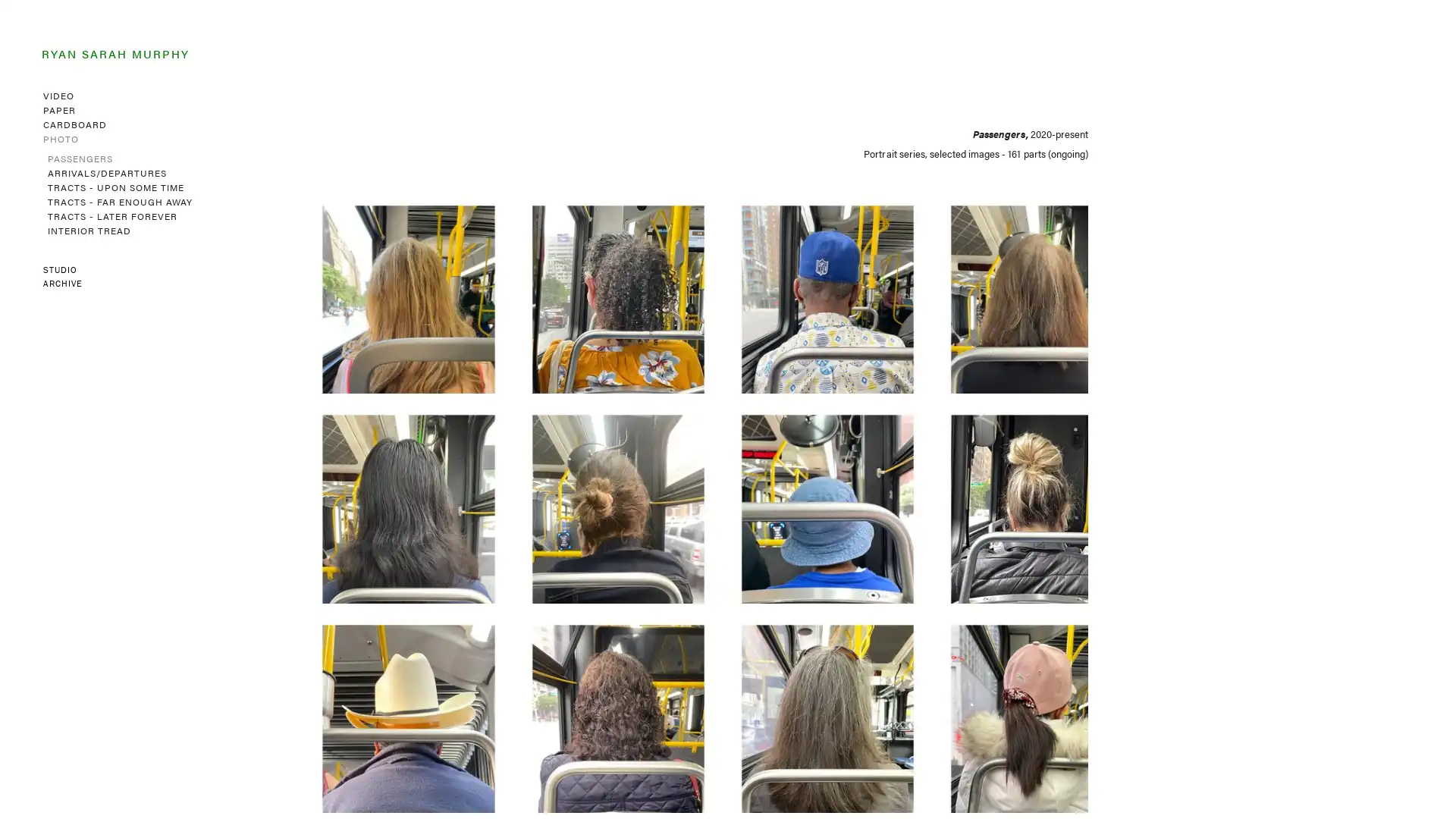 The image size is (1456, 819). What do you see at coordinates (364, 488) in the screenshot?
I see `View fullsize Passenger 157-.jpeg` at bounding box center [364, 488].